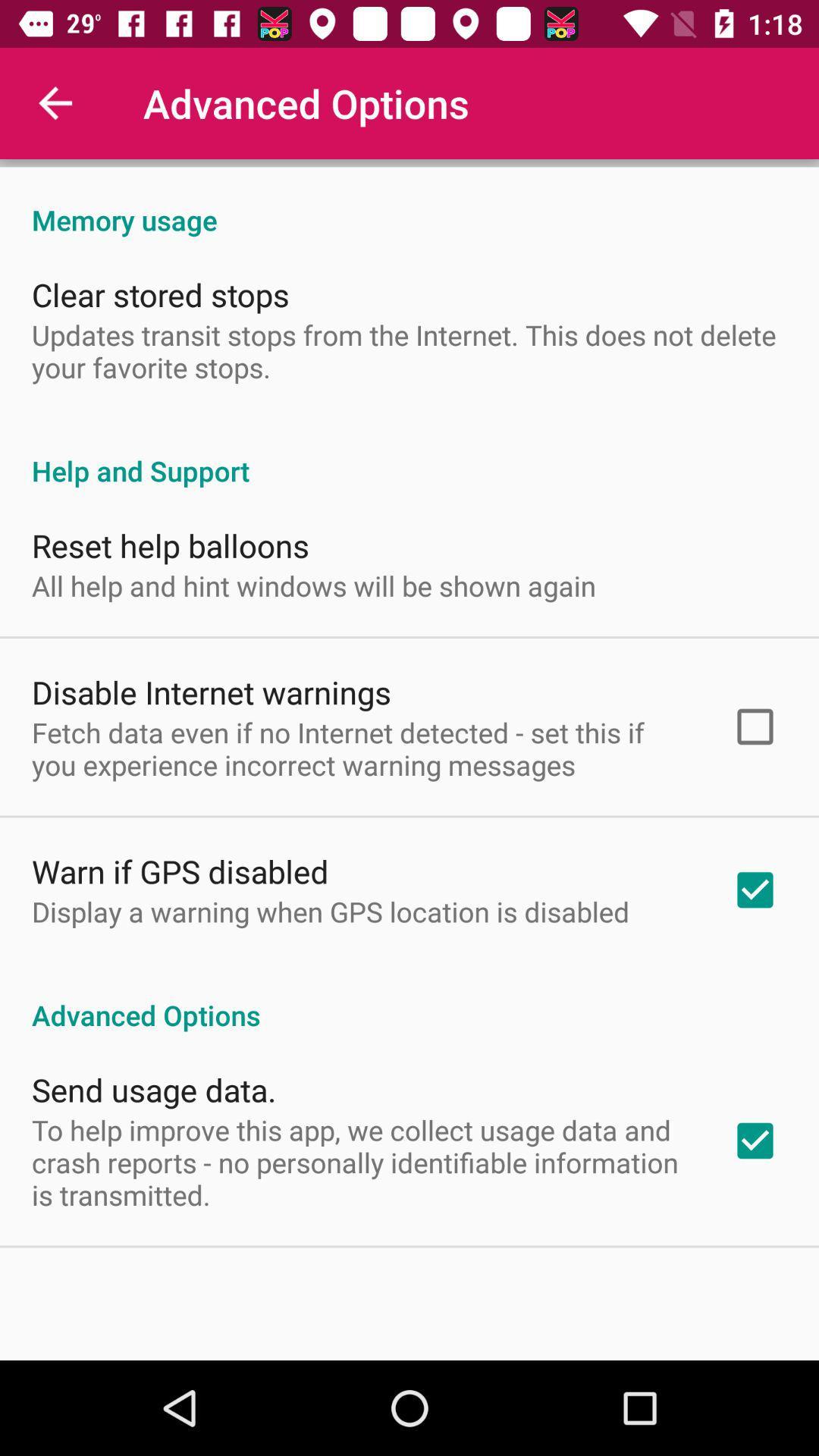 The image size is (819, 1456). What do you see at coordinates (179, 871) in the screenshot?
I see `item above the display a warning item` at bounding box center [179, 871].